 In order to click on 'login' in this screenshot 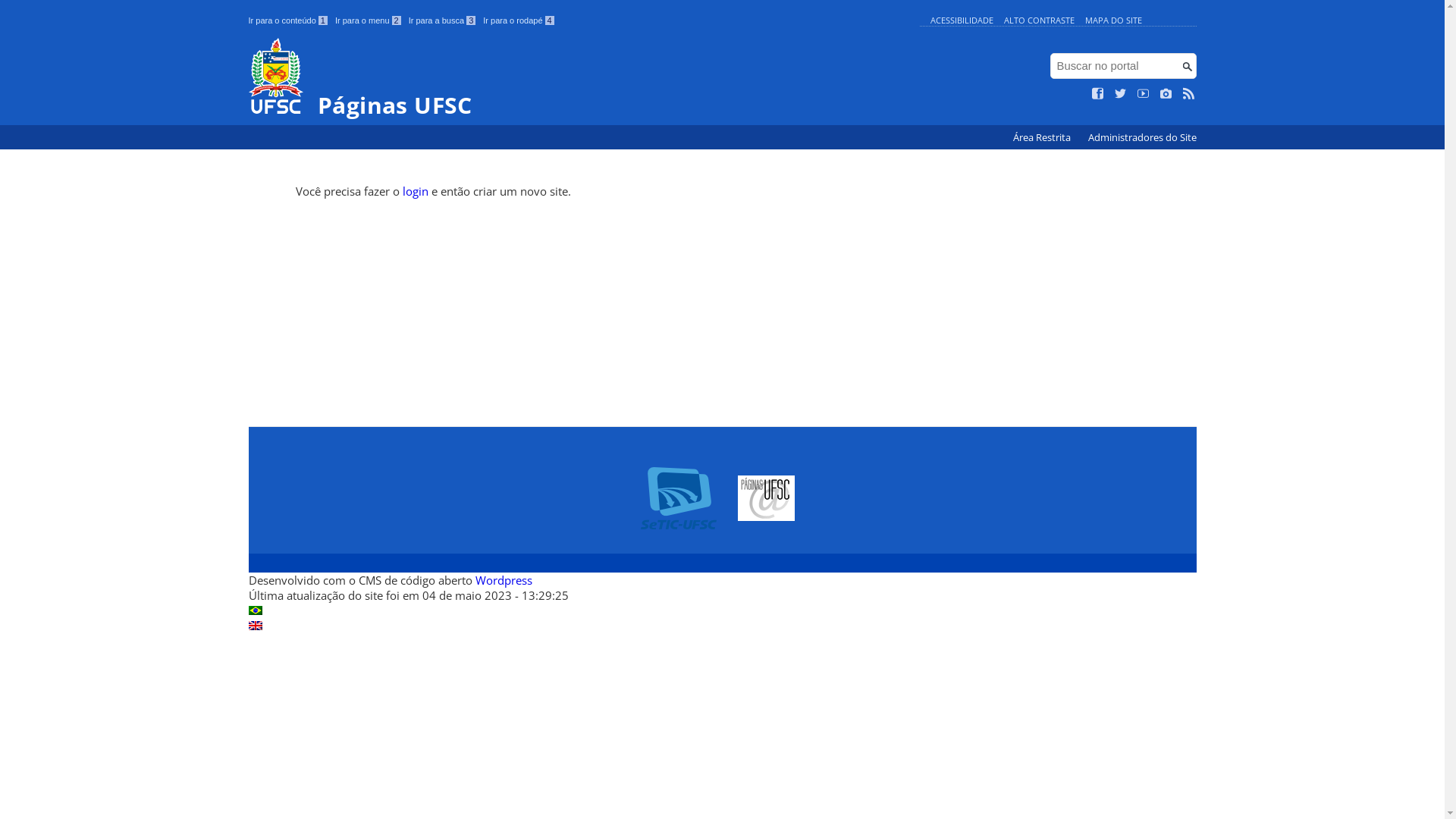, I will do `click(403, 190)`.